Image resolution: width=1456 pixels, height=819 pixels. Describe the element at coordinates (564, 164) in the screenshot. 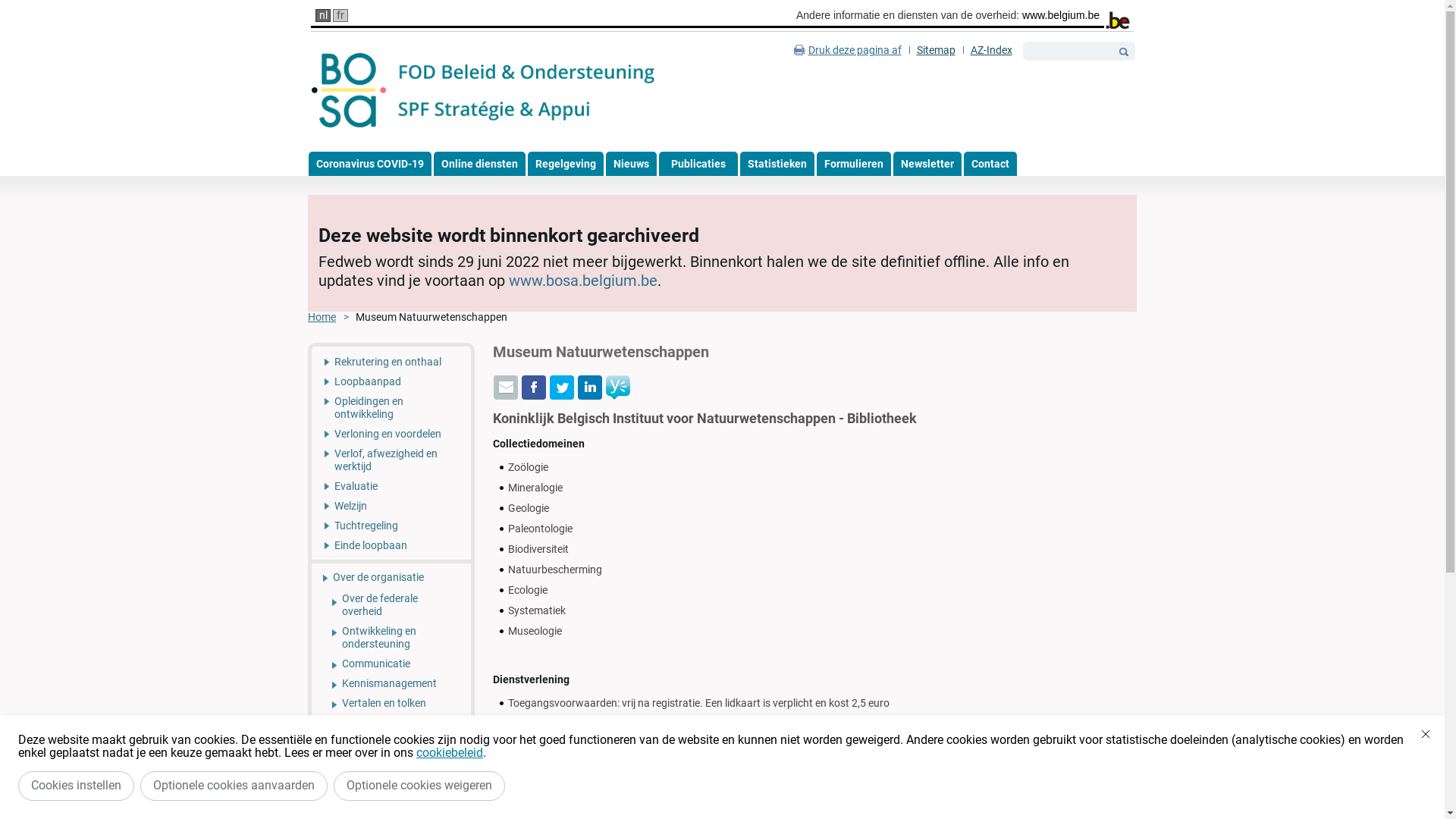

I see `'Regelgeving'` at that location.